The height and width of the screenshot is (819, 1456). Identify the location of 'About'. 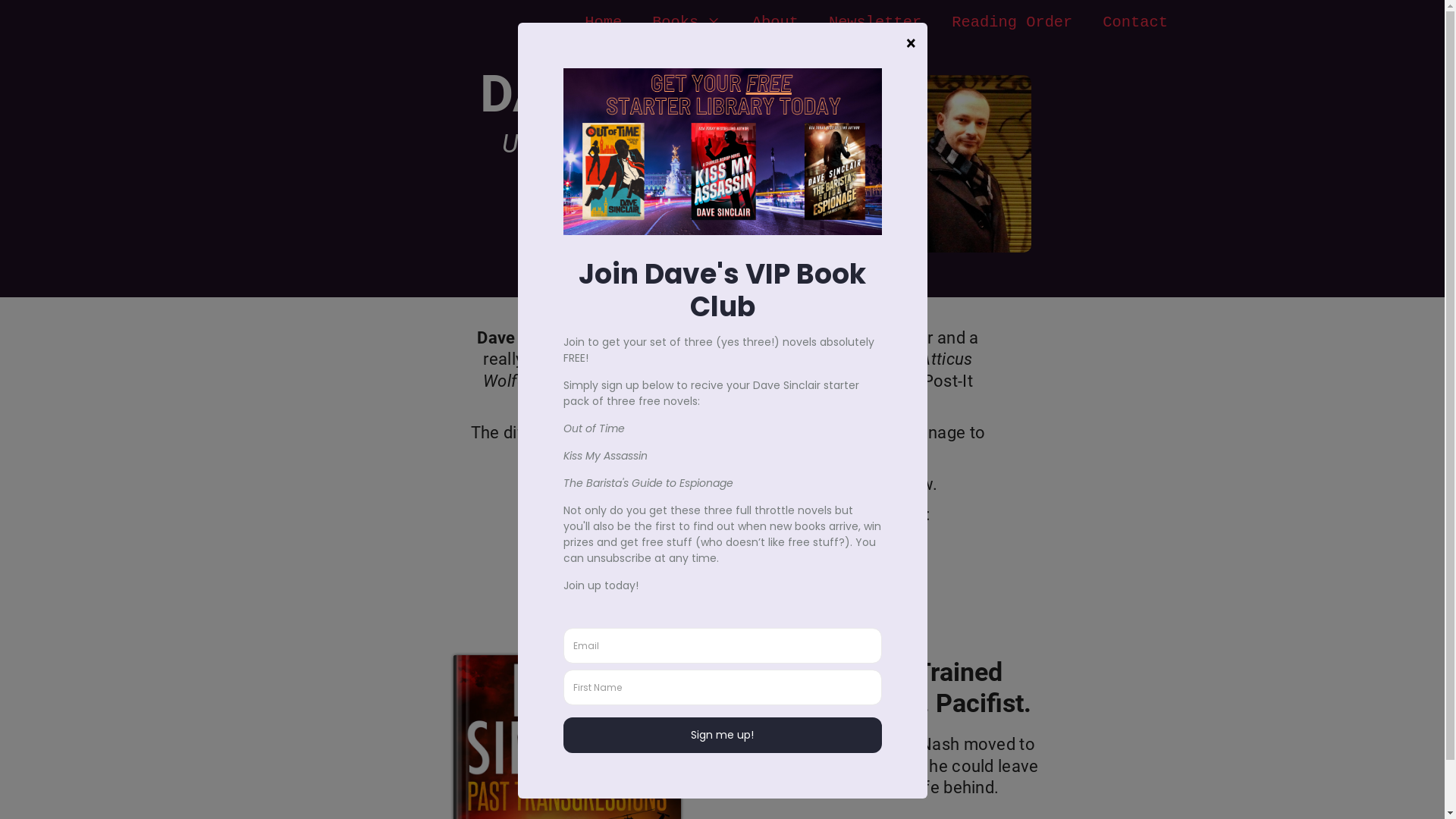
(775, 23).